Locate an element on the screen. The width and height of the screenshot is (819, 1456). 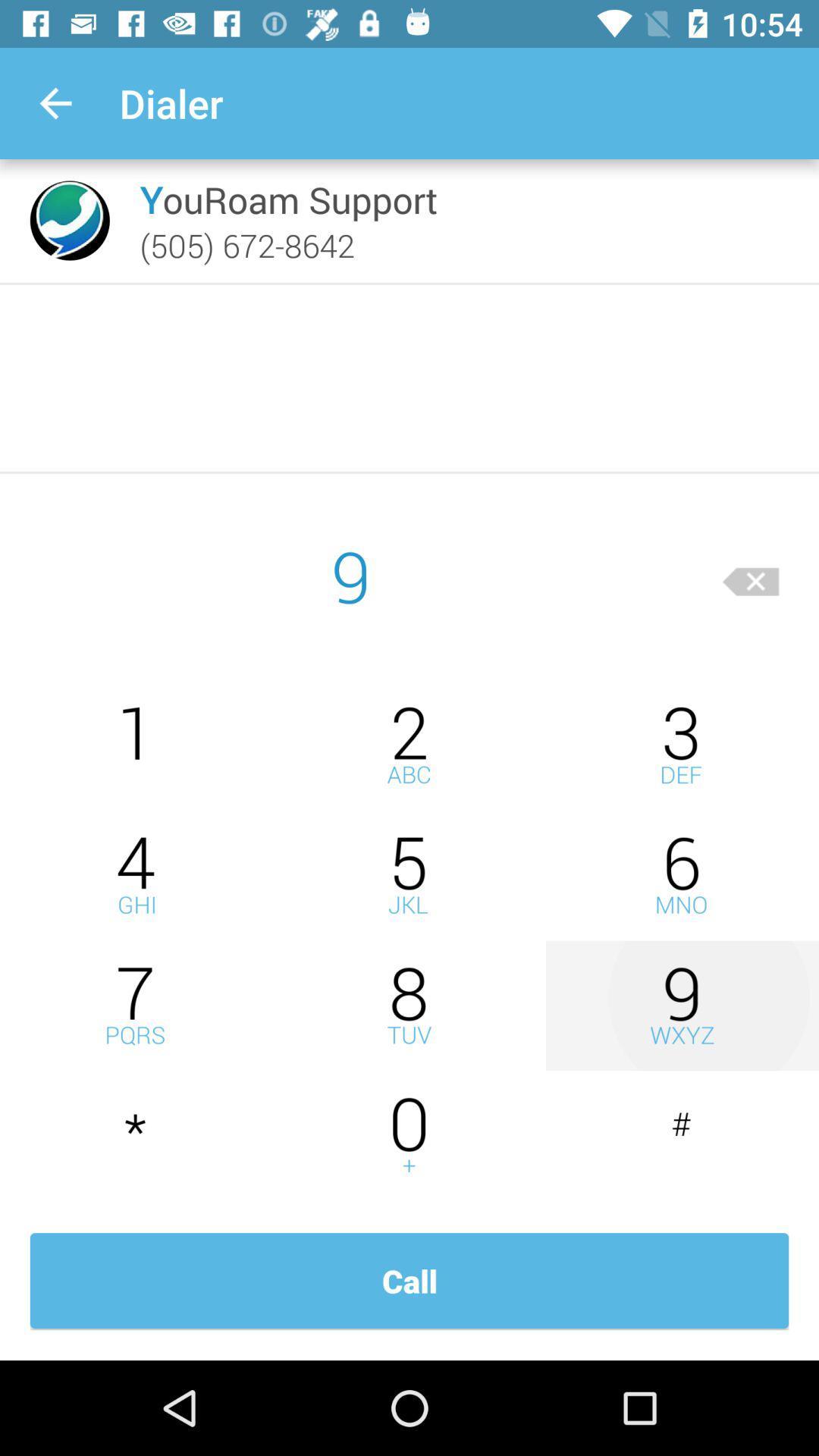
press to select number is located at coordinates (136, 745).